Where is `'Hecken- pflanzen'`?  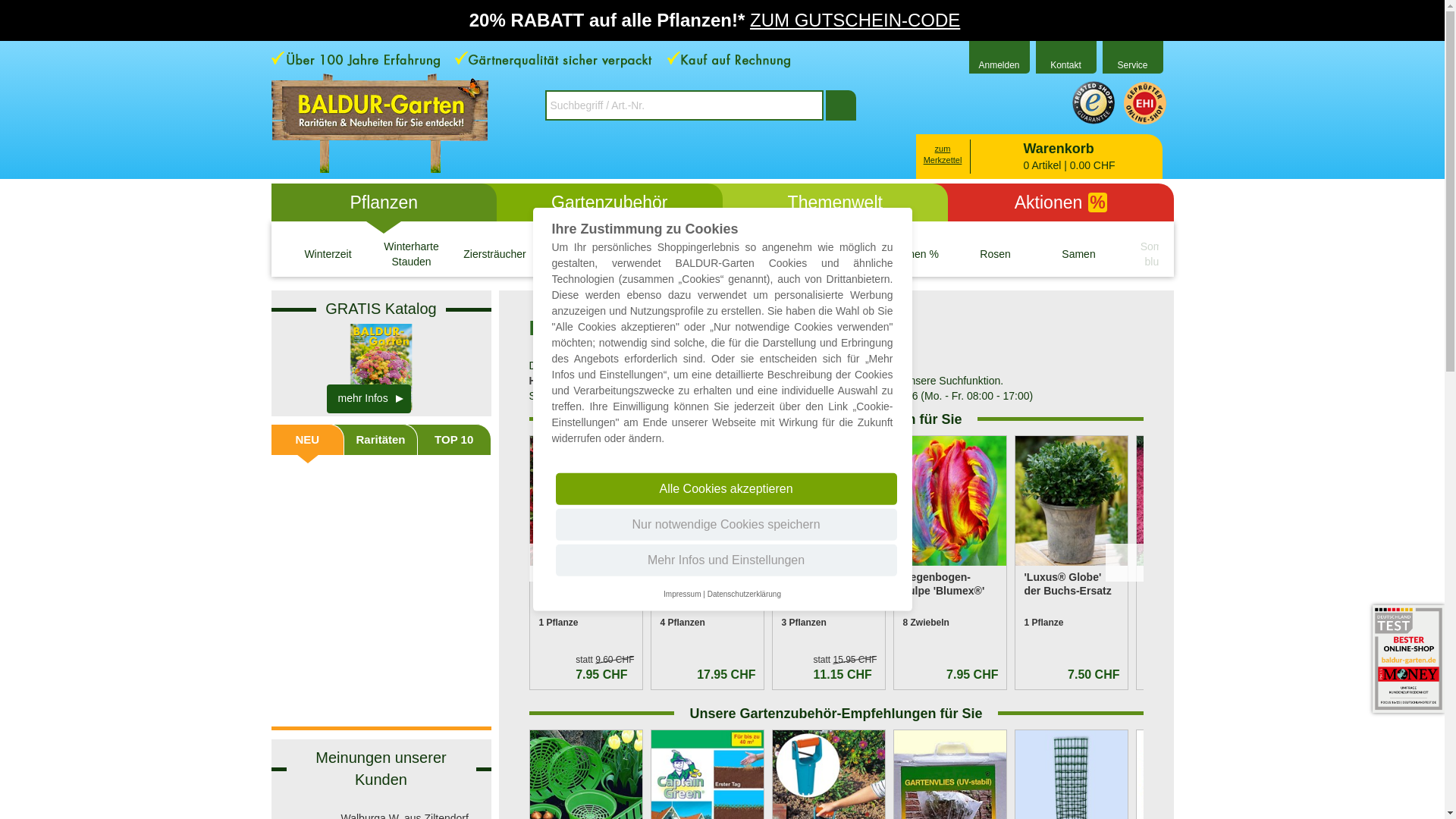
'Hecken- pflanzen' is located at coordinates (578, 253).